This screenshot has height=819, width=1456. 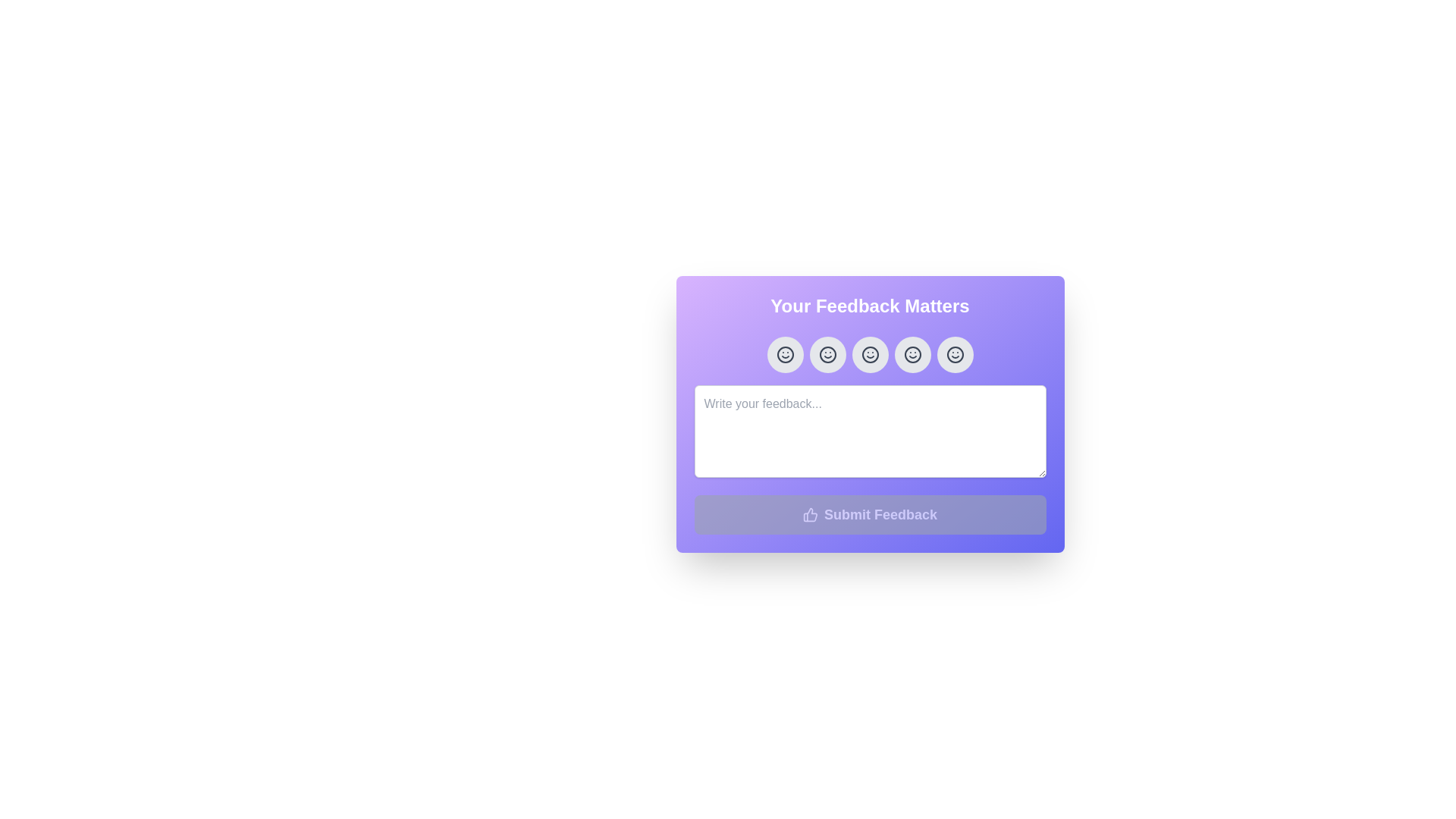 I want to click on the Icon component representing user emotions, specifically the clown face emoji with a red circular nose, located beneath the heading 'Your Feedback Matters', so click(x=827, y=354).